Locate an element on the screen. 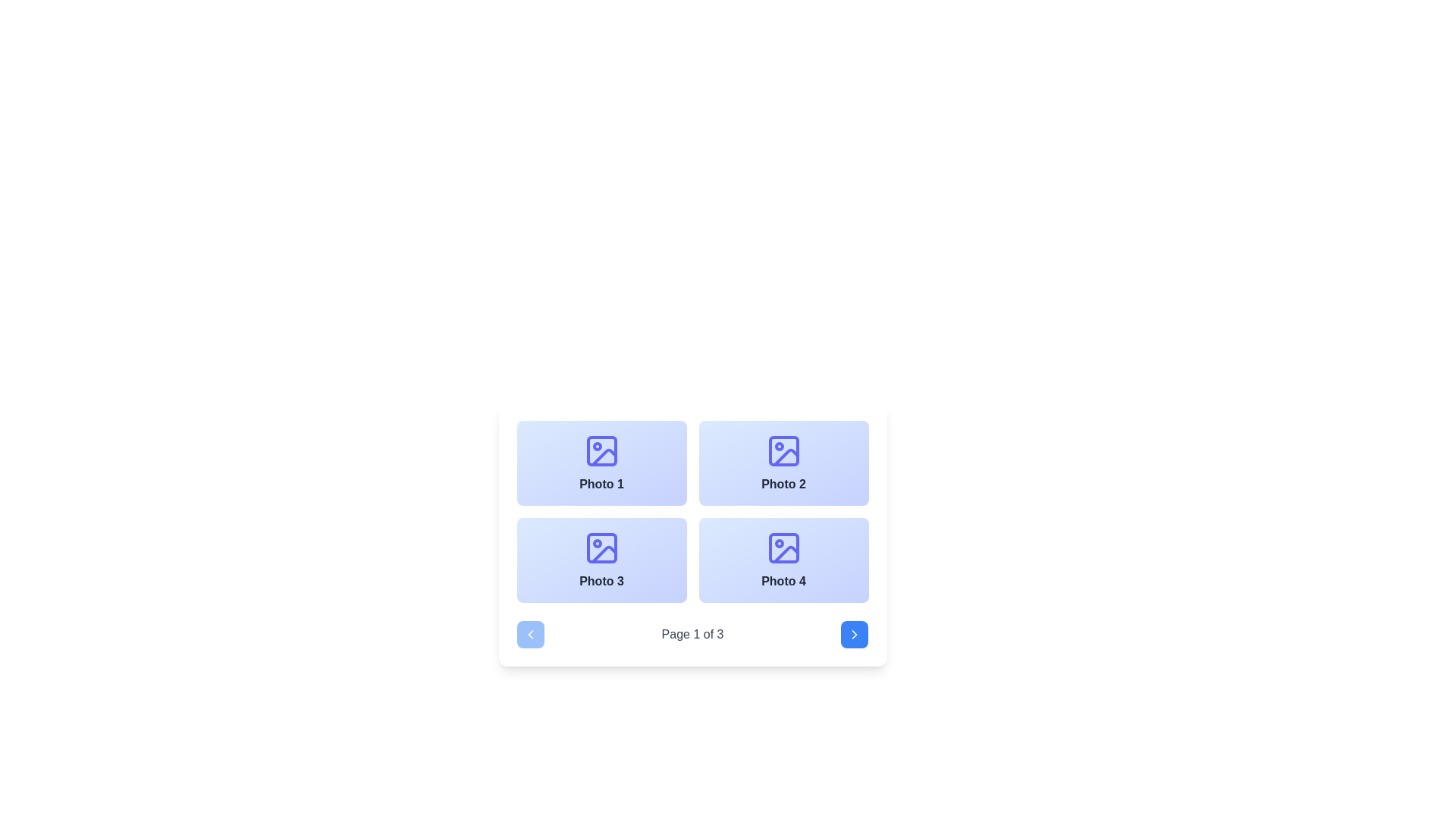 The height and width of the screenshot is (819, 1456). the blue image icon featuring a sun and mountain design located in the 'Photo 3' cell of the grid by clicking on it is located at coordinates (601, 548).